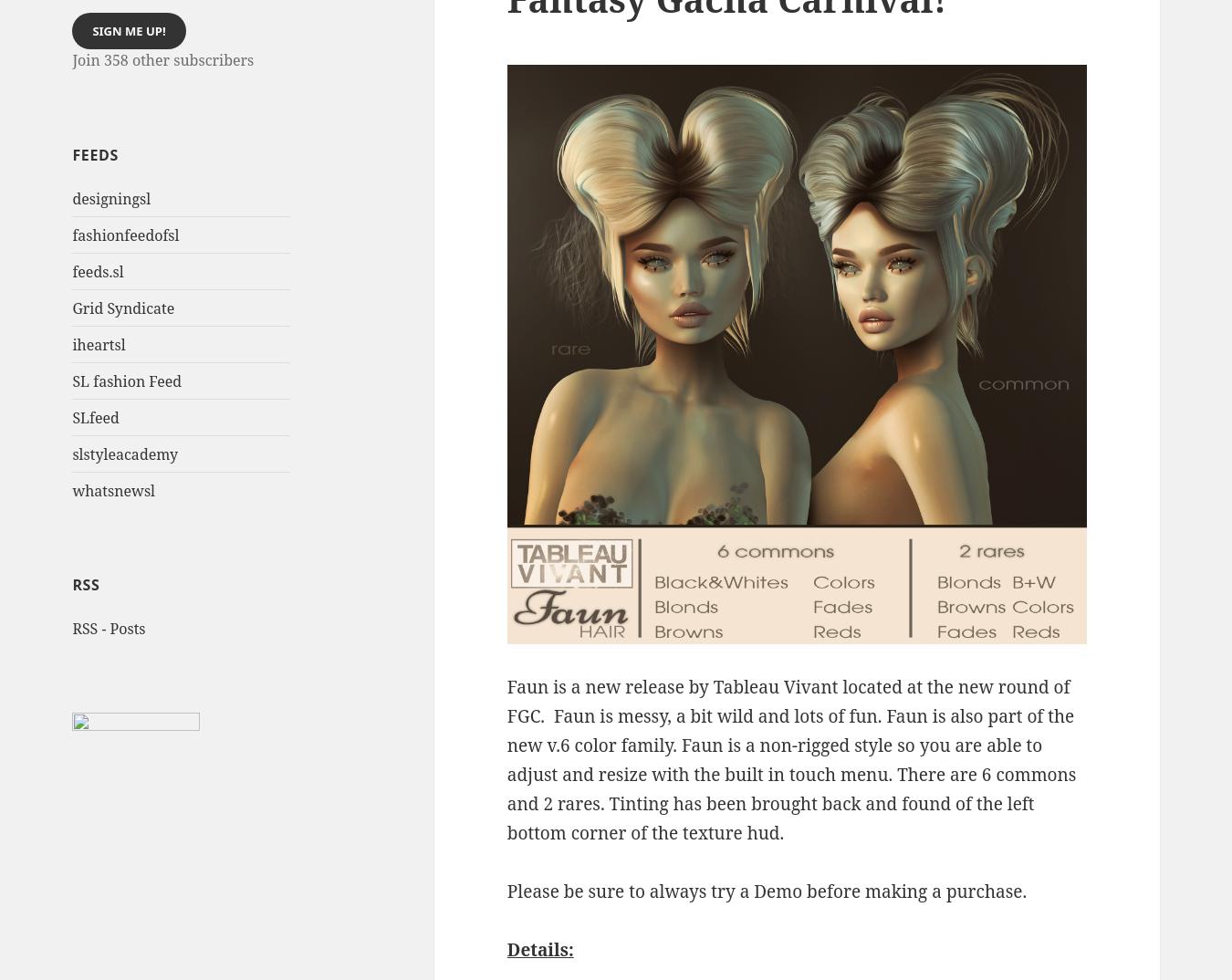  I want to click on 'fashionfeedofsl', so click(125, 234).